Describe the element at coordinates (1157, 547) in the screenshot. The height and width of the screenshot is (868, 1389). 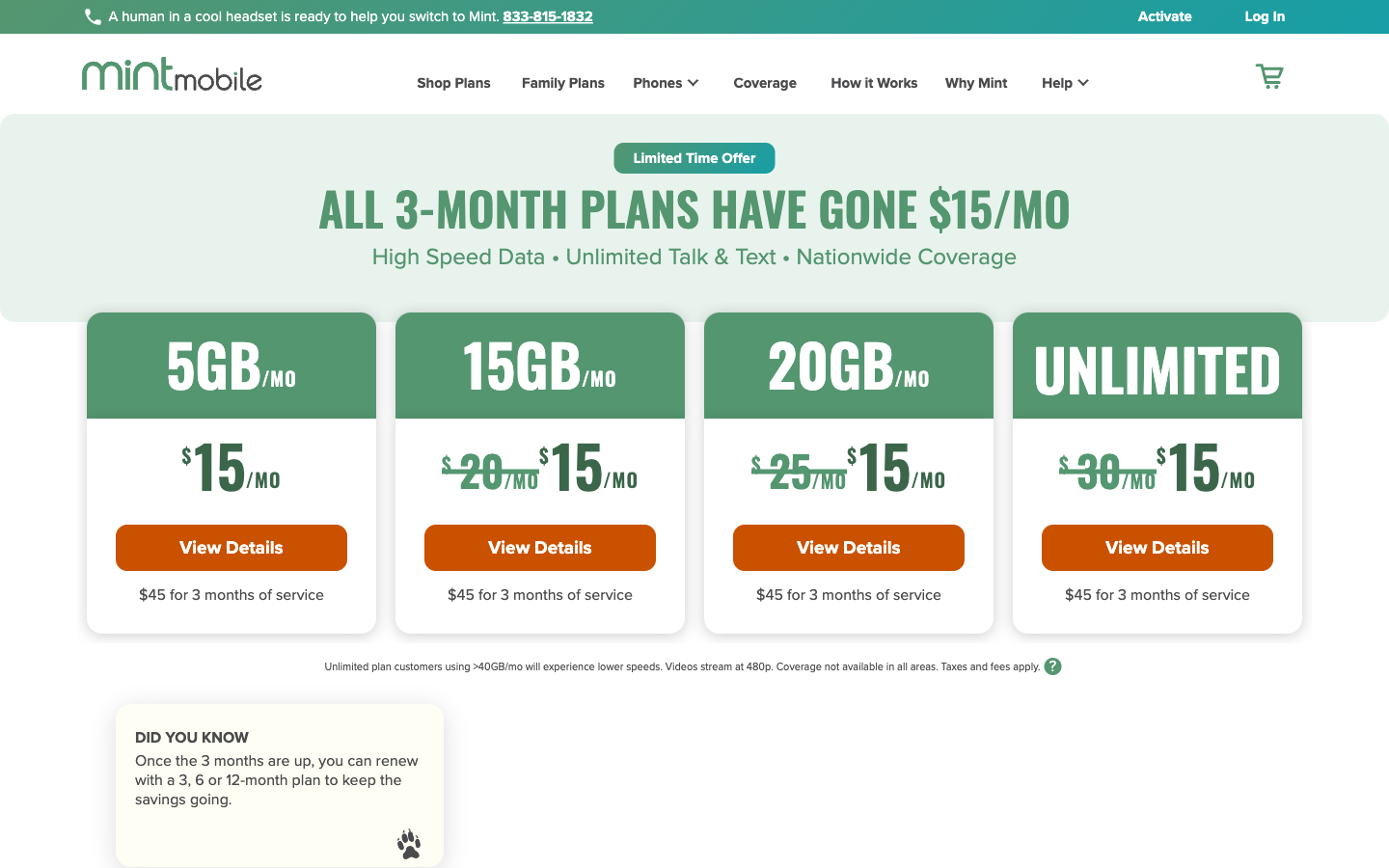
I see `View Details of Unlimited Plan` at that location.